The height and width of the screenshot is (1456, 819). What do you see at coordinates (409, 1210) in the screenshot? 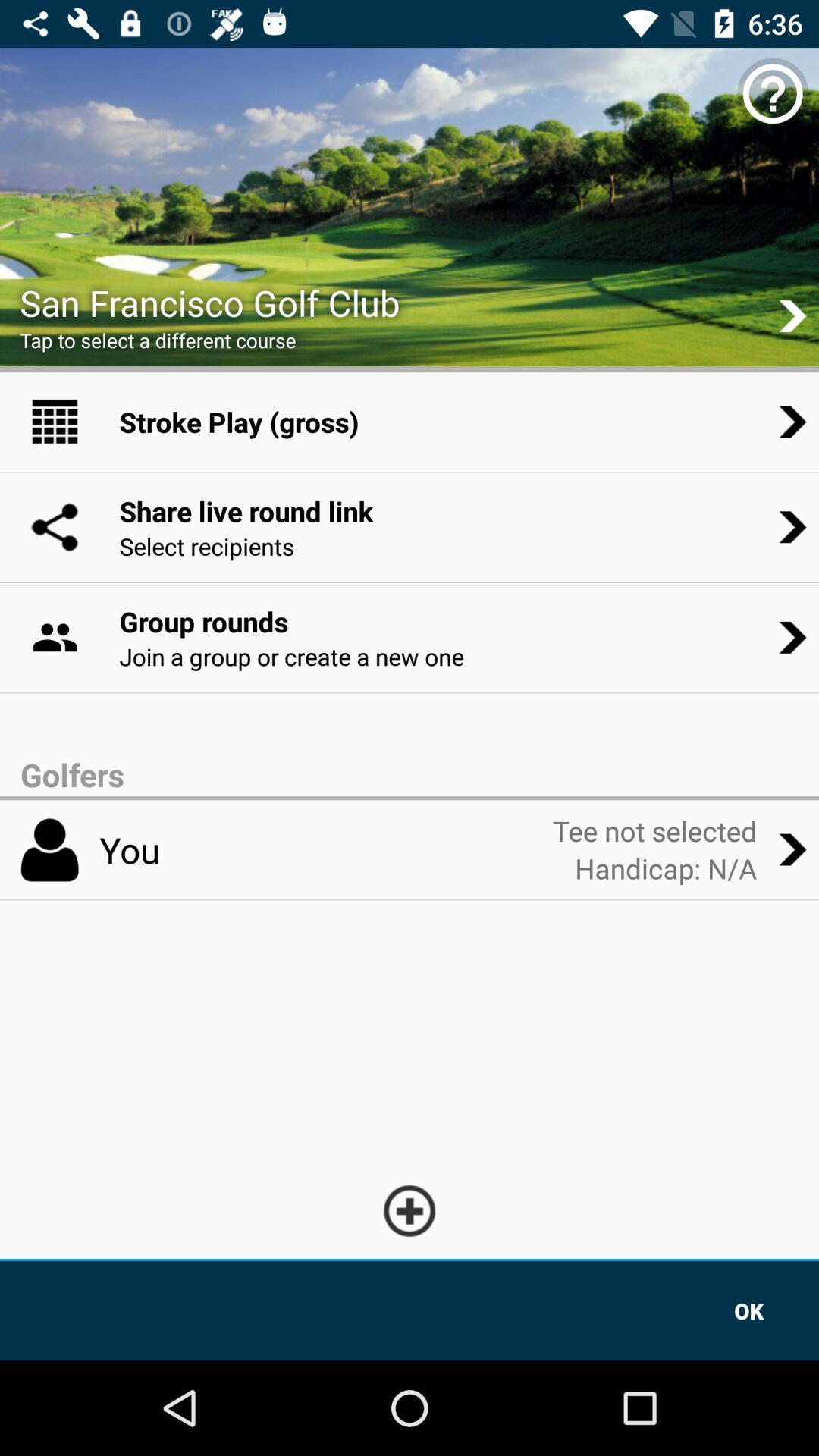
I see `a golfer` at bounding box center [409, 1210].